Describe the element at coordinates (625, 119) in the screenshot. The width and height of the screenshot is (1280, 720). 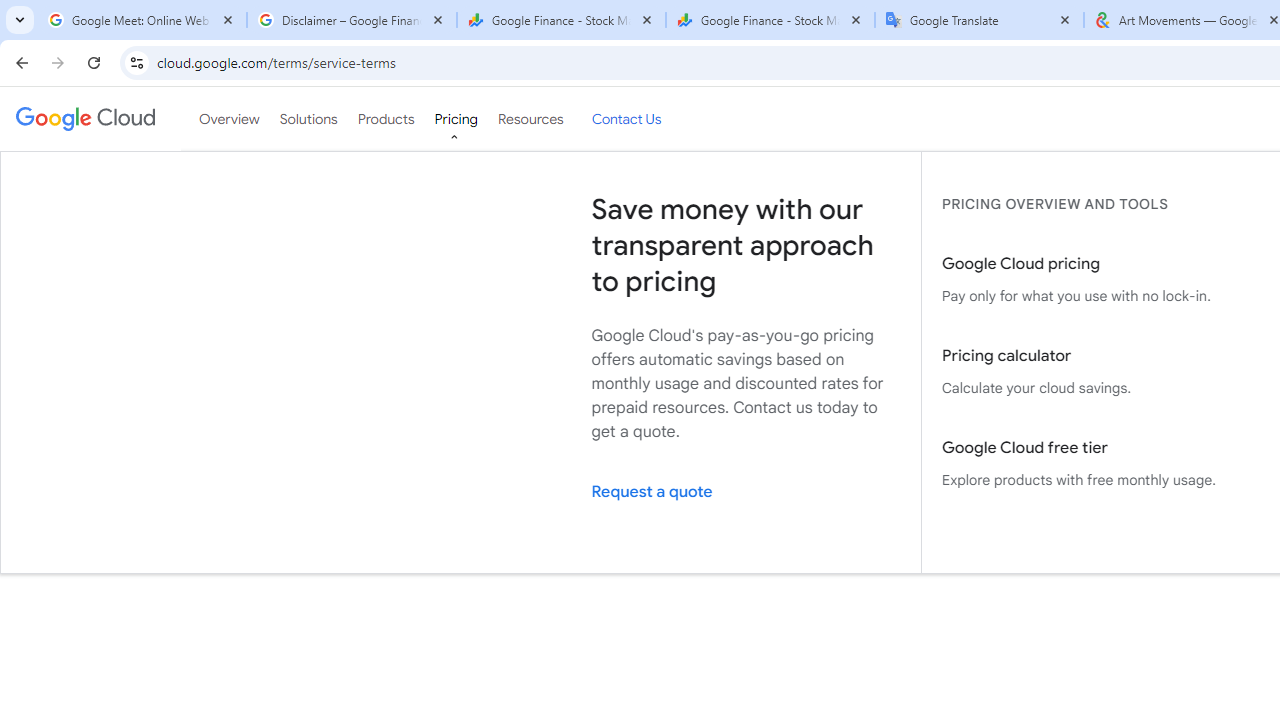
I see `'Contact Us'` at that location.